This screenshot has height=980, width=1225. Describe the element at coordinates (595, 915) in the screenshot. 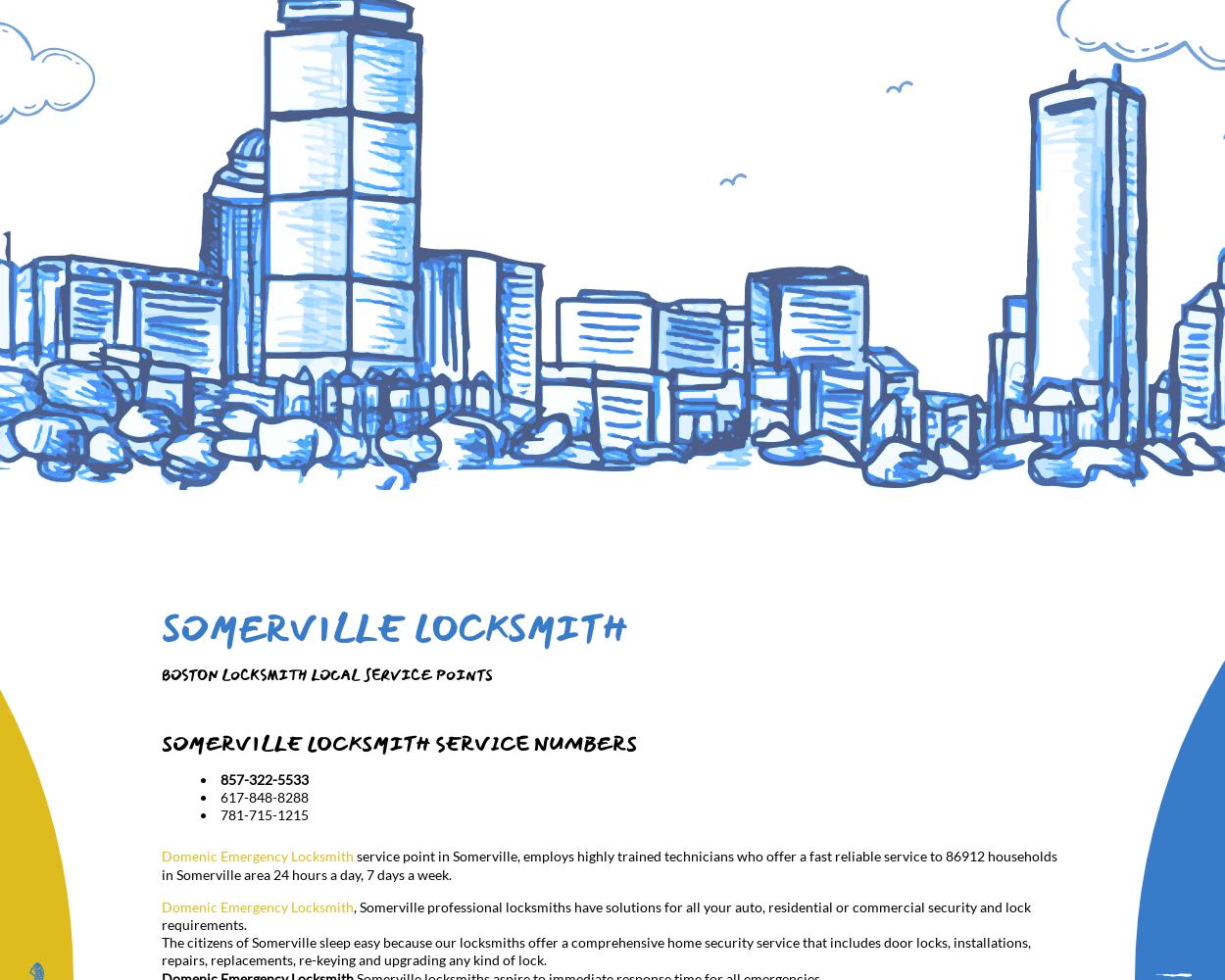

I see `',  Somerville professional locksmiths have solutions for all your auto, residential or commercial security and lock requirements.'` at that location.